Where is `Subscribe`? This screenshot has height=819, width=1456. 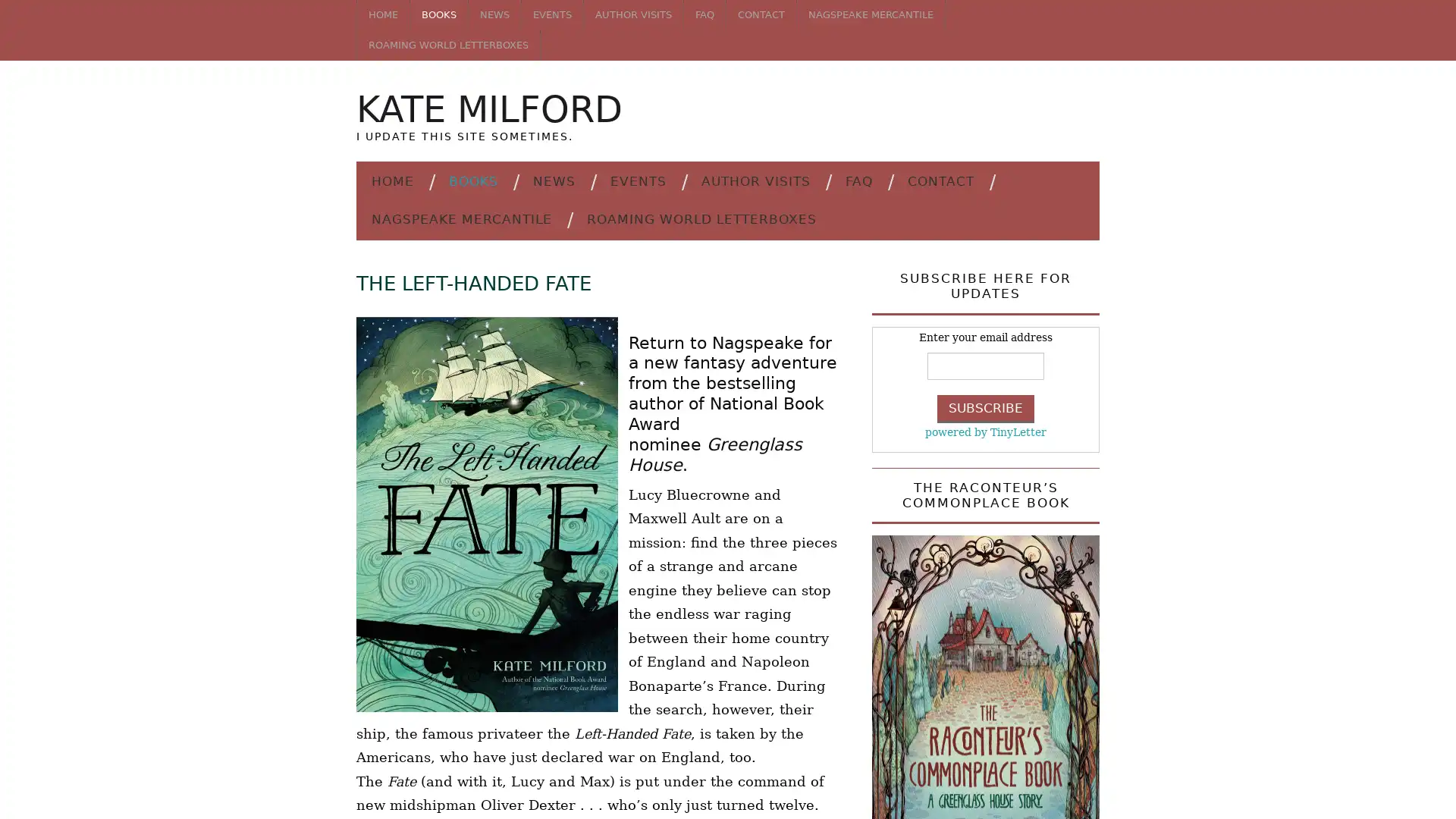
Subscribe is located at coordinates (986, 407).